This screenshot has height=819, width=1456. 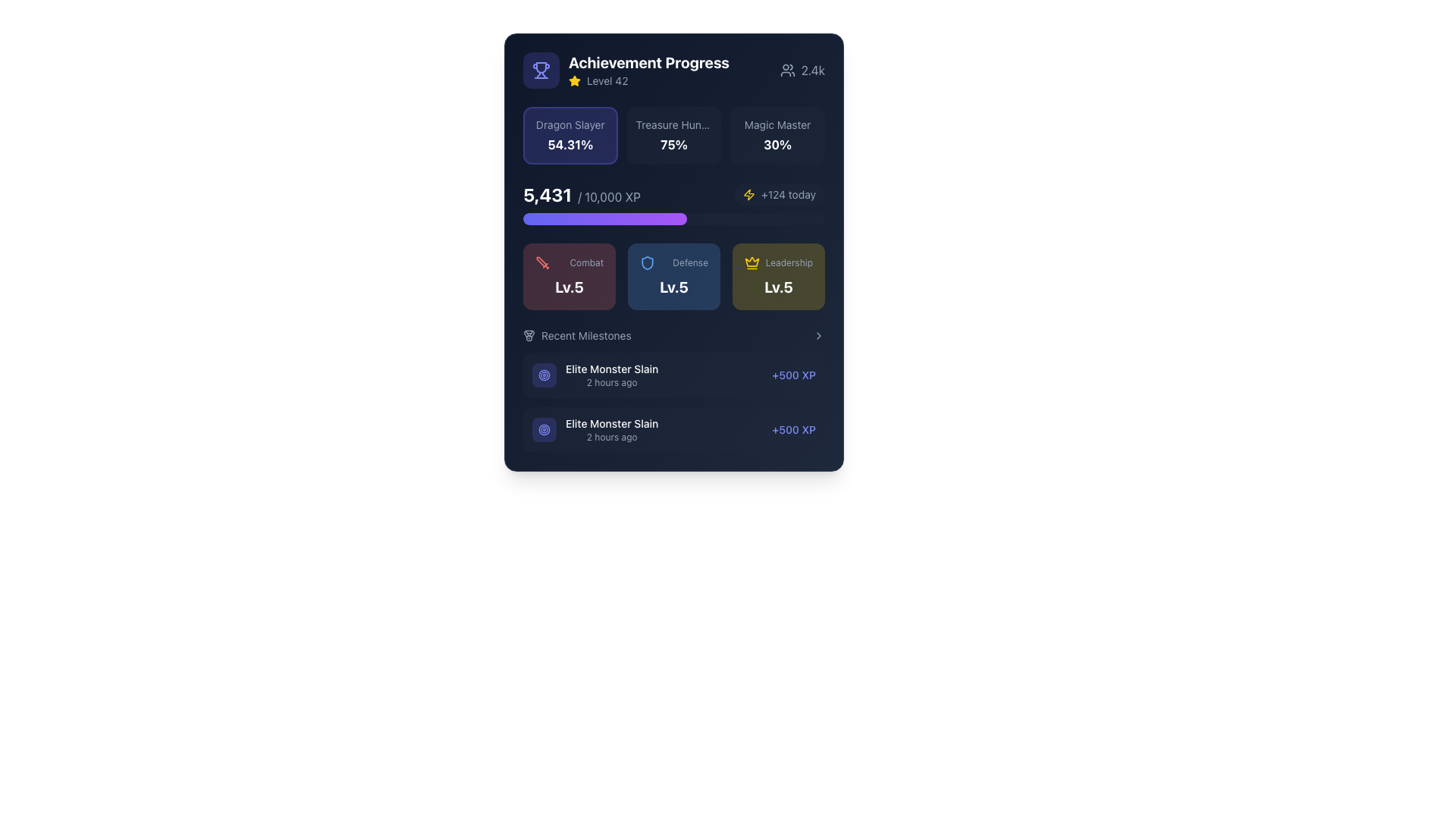 I want to click on the list item labeled 'Elite Monster Slain' with the timestamp '2 hours ago' in the milestones list, located at the bottom of the 'Recent Milestones' section, so click(x=595, y=430).